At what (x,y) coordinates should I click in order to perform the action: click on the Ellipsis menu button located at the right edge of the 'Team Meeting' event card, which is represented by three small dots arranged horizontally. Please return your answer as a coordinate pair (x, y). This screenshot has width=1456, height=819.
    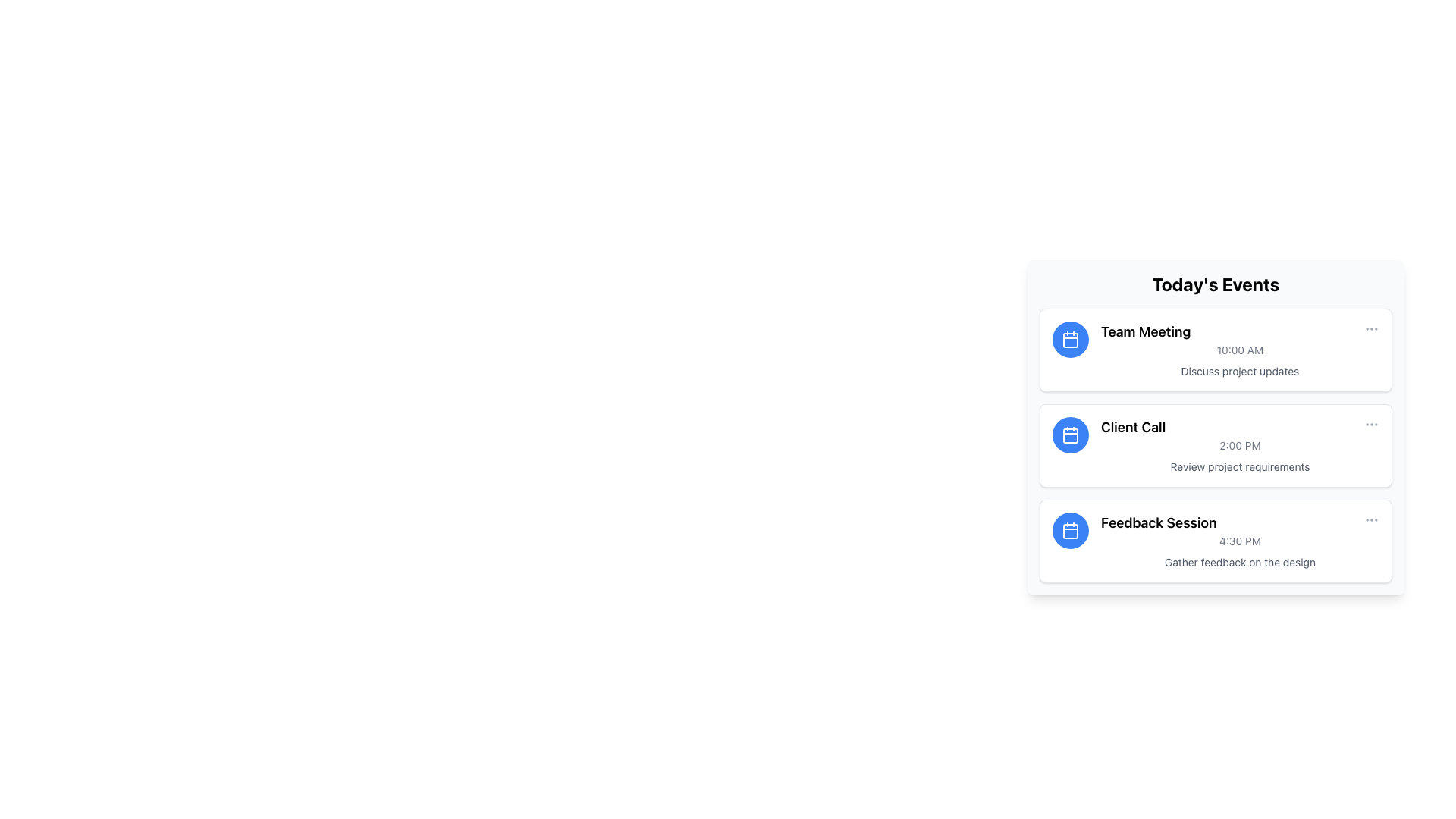
    Looking at the image, I should click on (1372, 328).